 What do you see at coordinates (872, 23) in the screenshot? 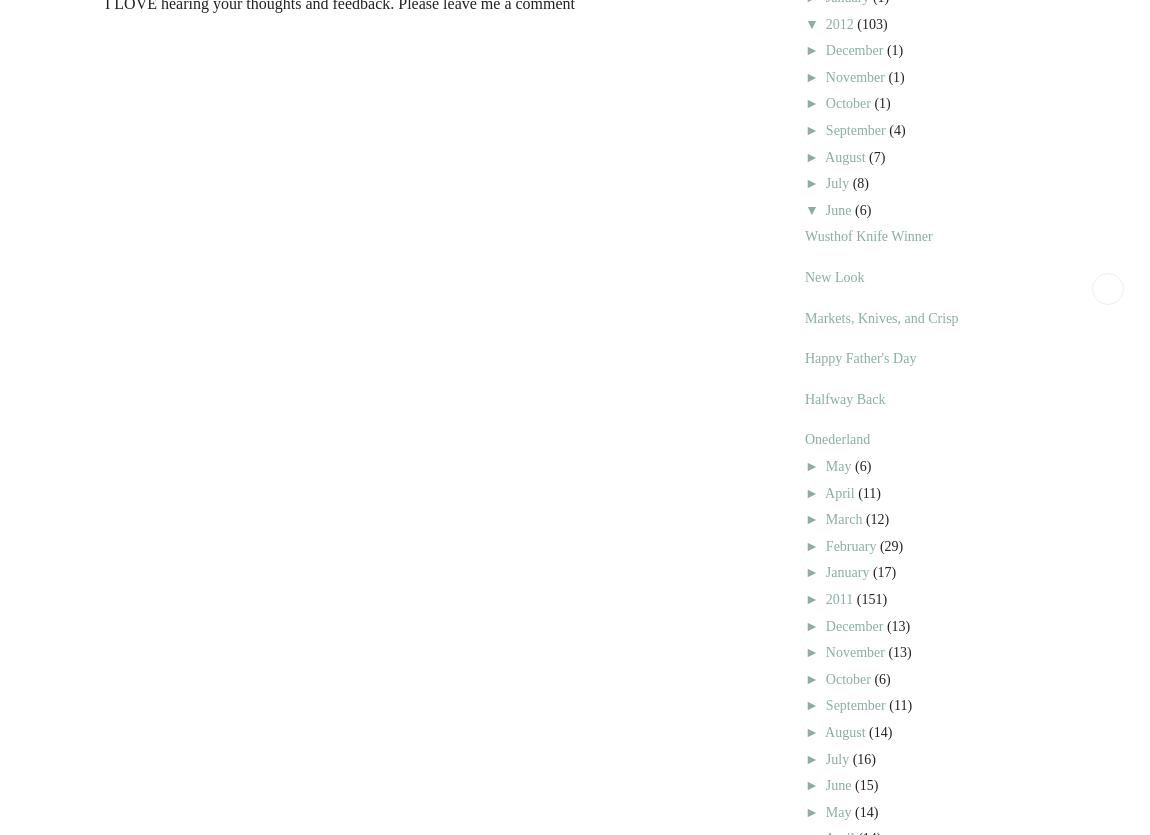
I see `'(103)'` at bounding box center [872, 23].